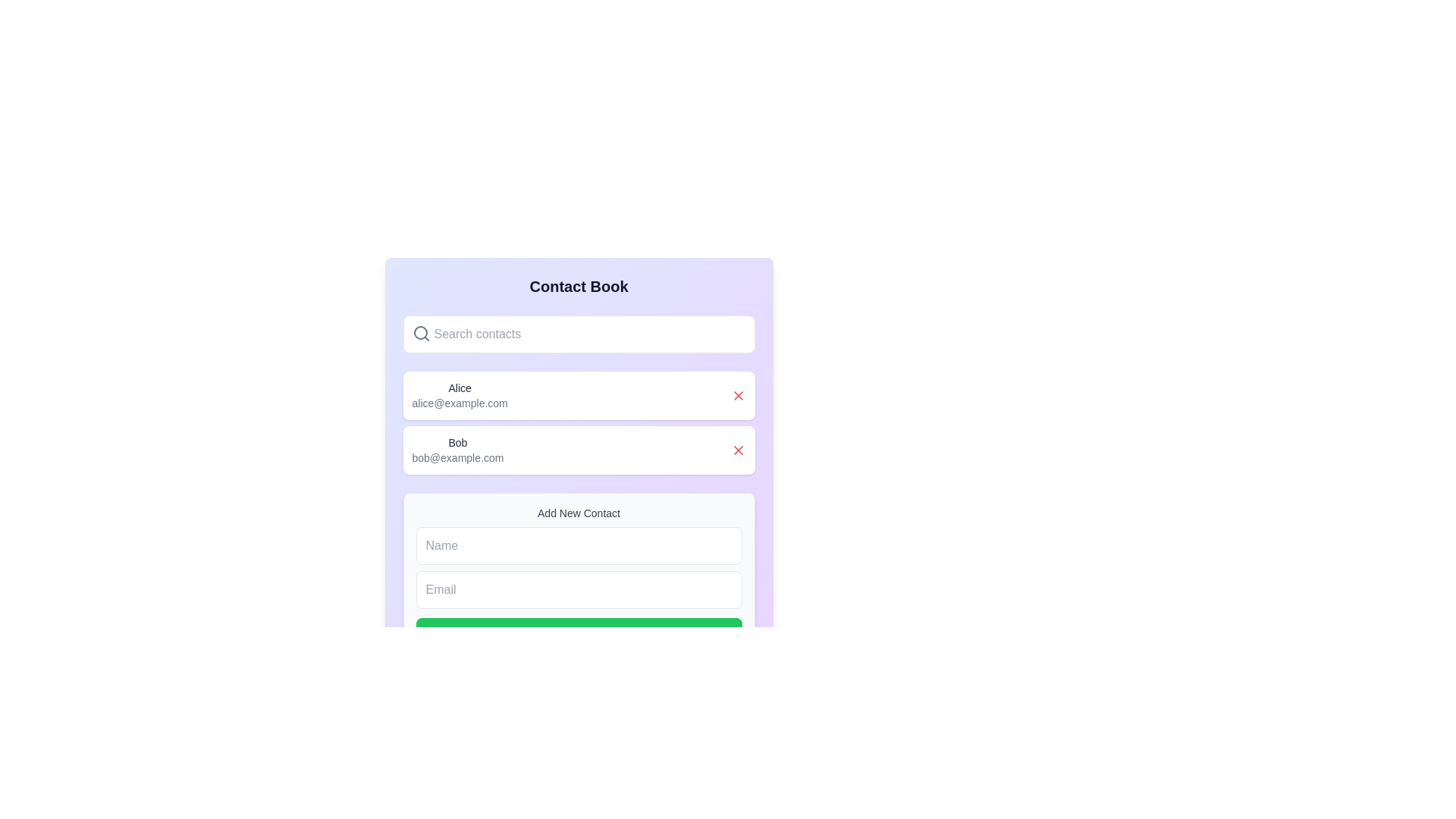 This screenshot has width=1456, height=819. Describe the element at coordinates (457, 442) in the screenshot. I see `text label for the contact entry located in the second contact block, positioned above the email address 'bob@example.com' and to the left of the delete button` at that location.